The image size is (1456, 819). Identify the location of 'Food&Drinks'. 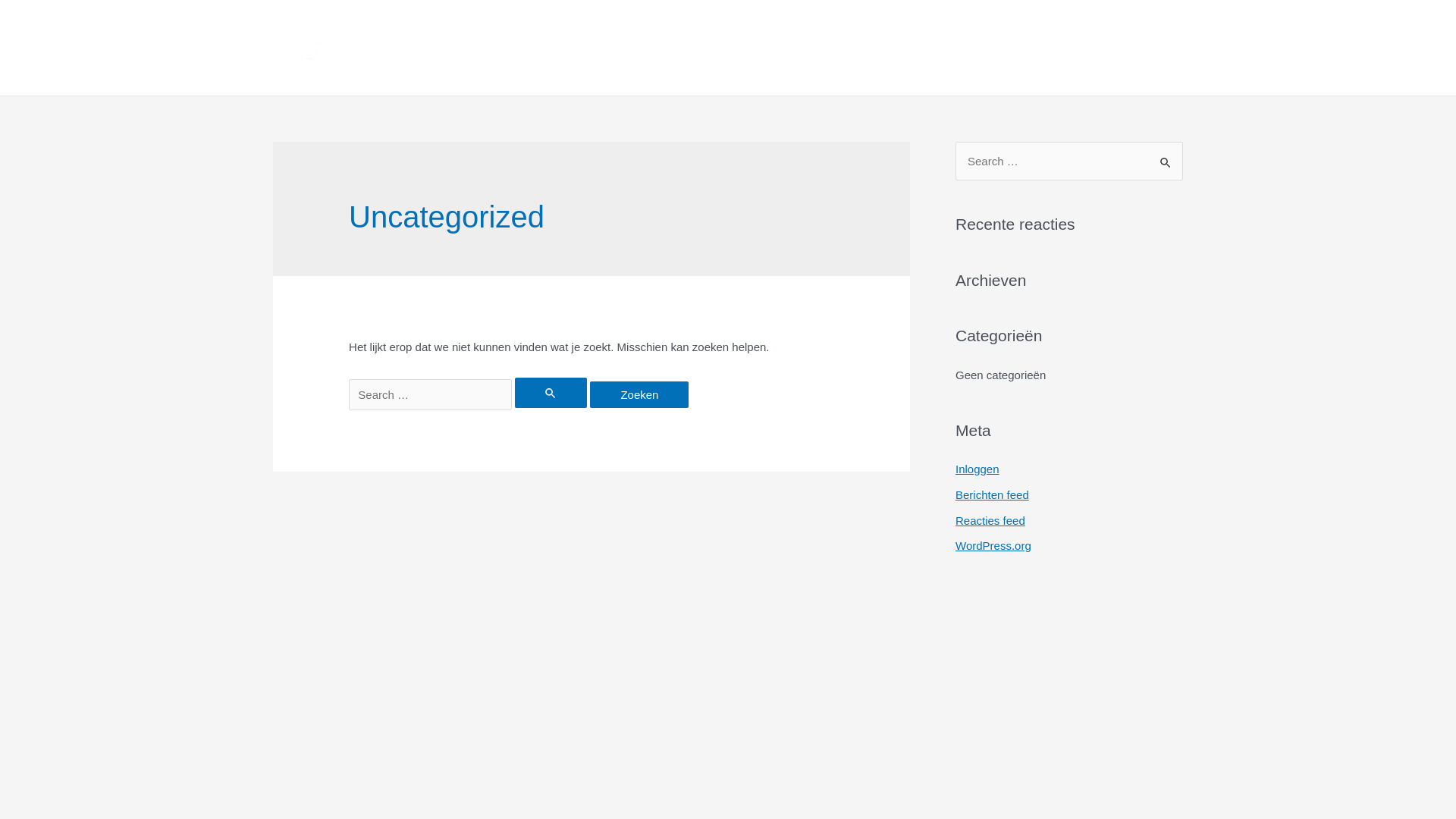
(660, 46).